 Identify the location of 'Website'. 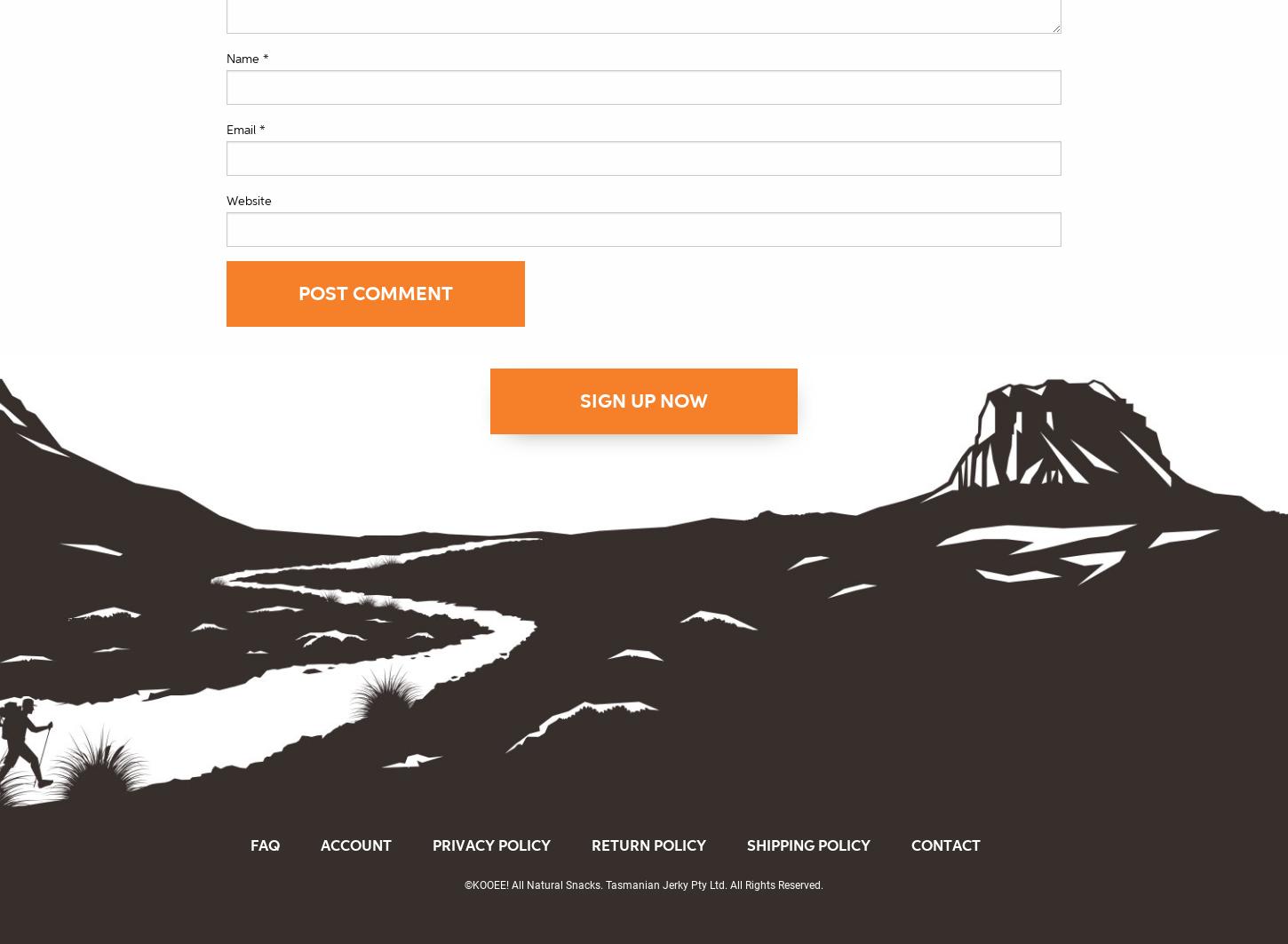
(249, 200).